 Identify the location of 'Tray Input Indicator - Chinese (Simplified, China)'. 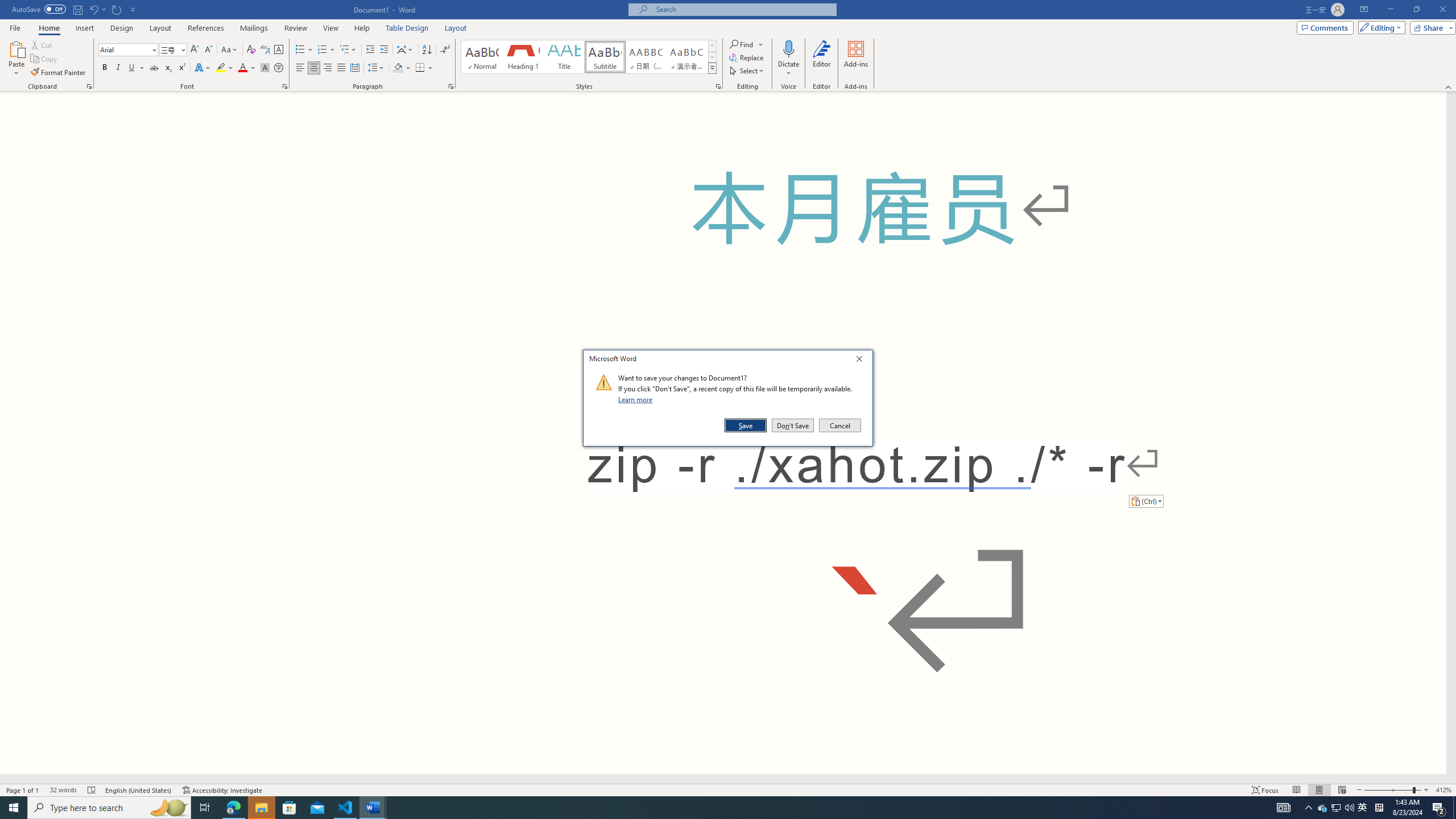
(1379, 806).